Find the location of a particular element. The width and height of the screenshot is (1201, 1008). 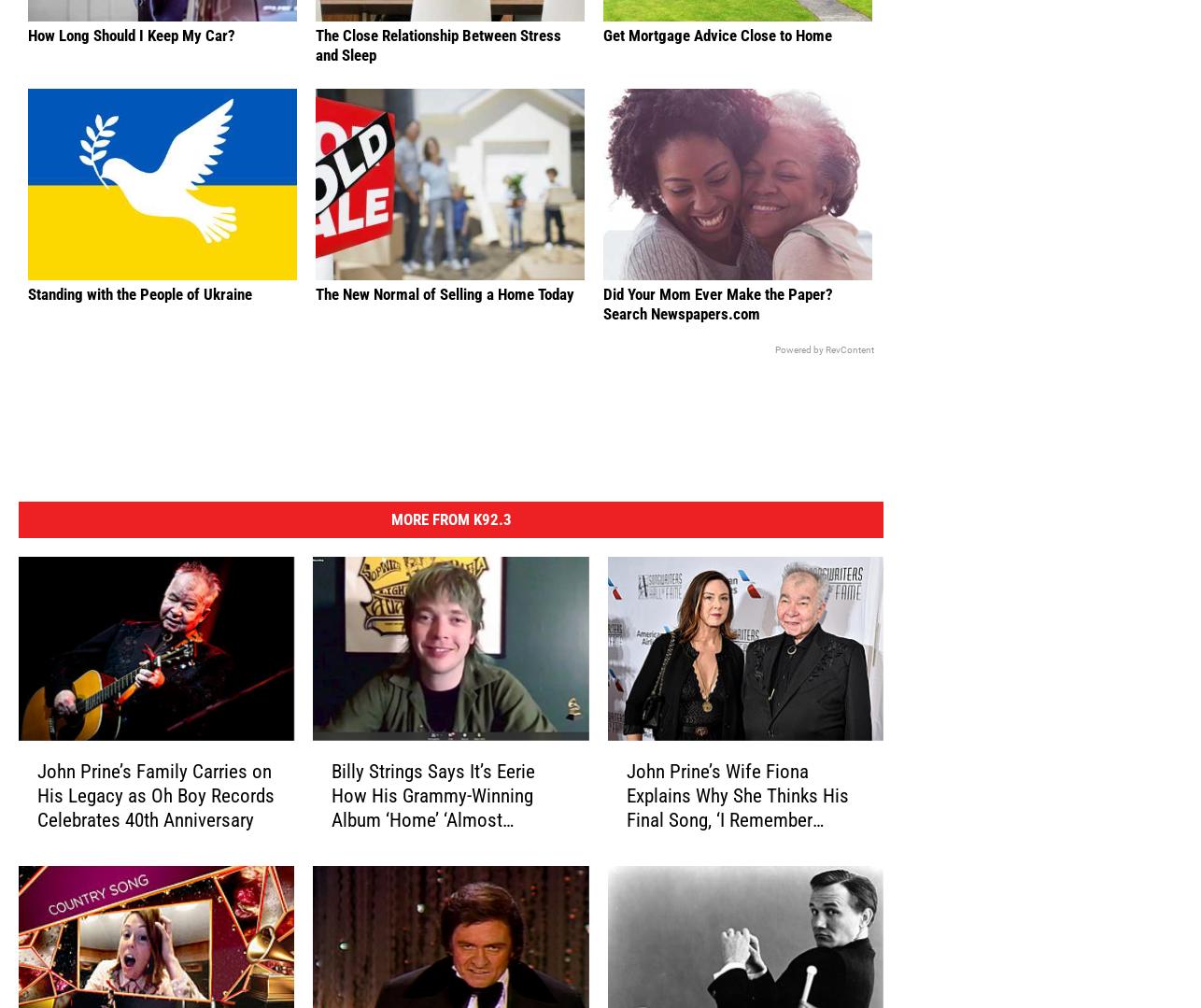

'John Prine’s Family Carries on His Legacy as Oh Boy Records Celebrates 40th Anniversary' is located at coordinates (156, 824).